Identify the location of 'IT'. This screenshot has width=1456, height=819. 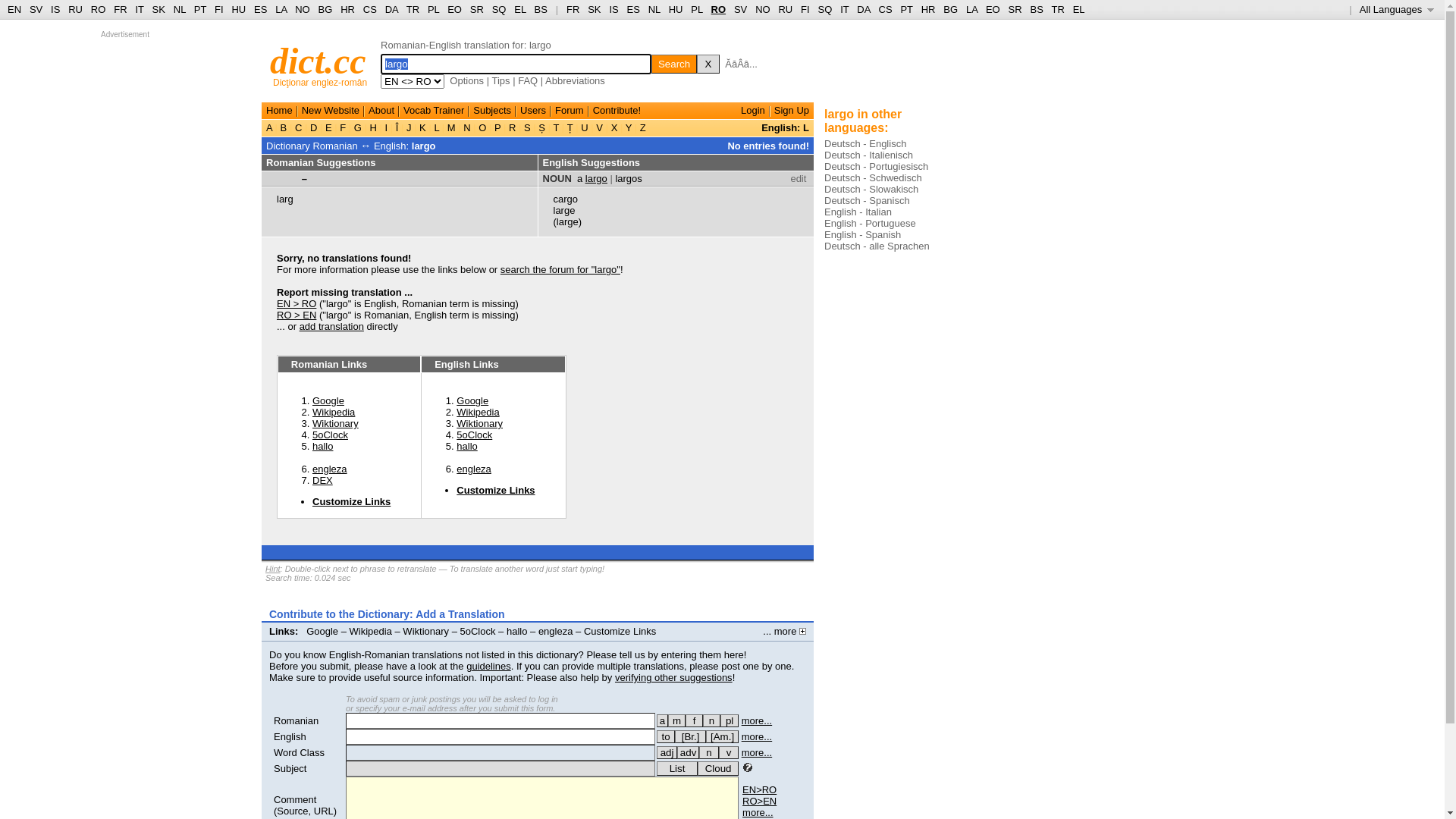
(839, 9).